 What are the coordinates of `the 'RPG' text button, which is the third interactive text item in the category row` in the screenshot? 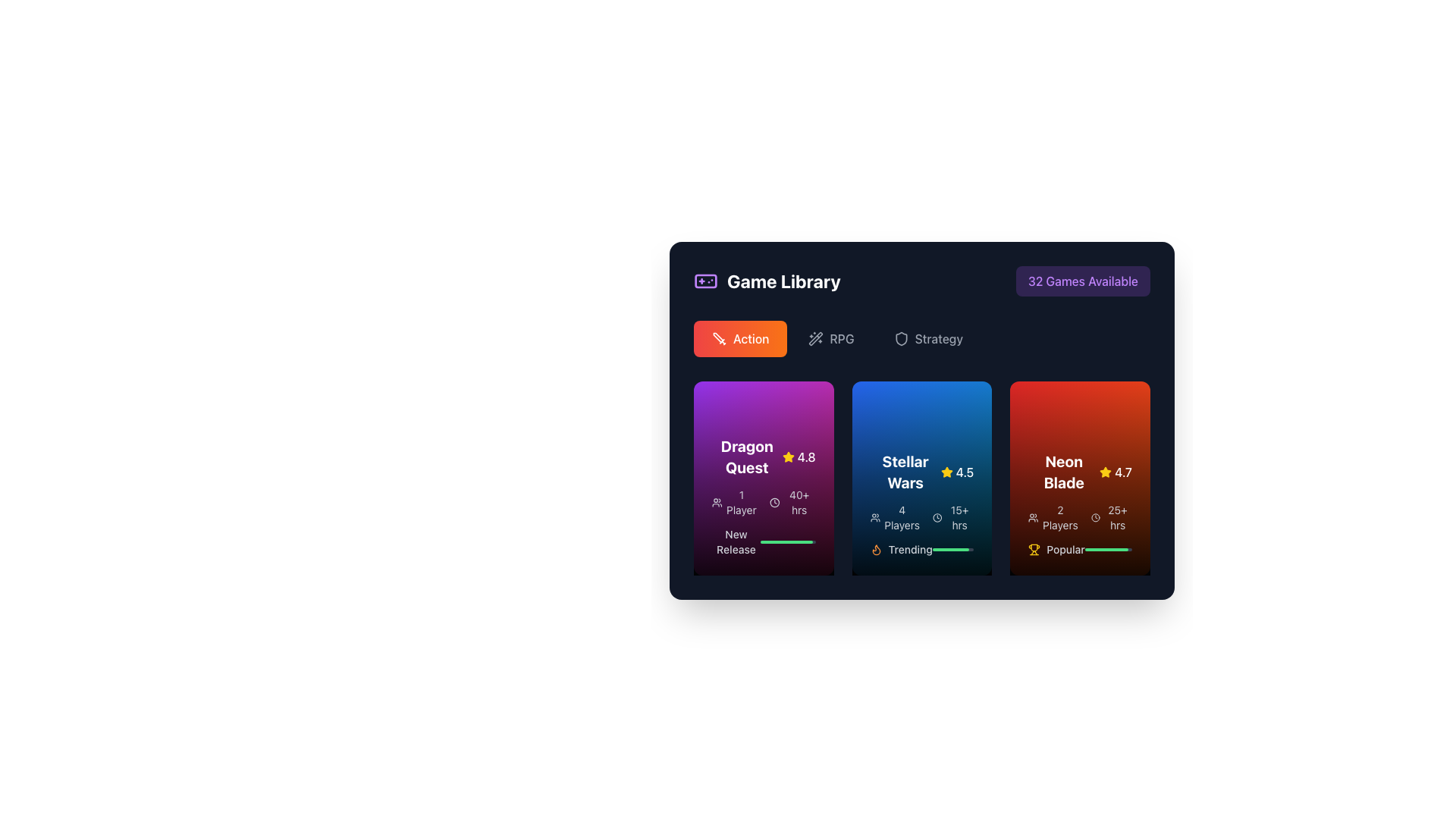 It's located at (841, 338).